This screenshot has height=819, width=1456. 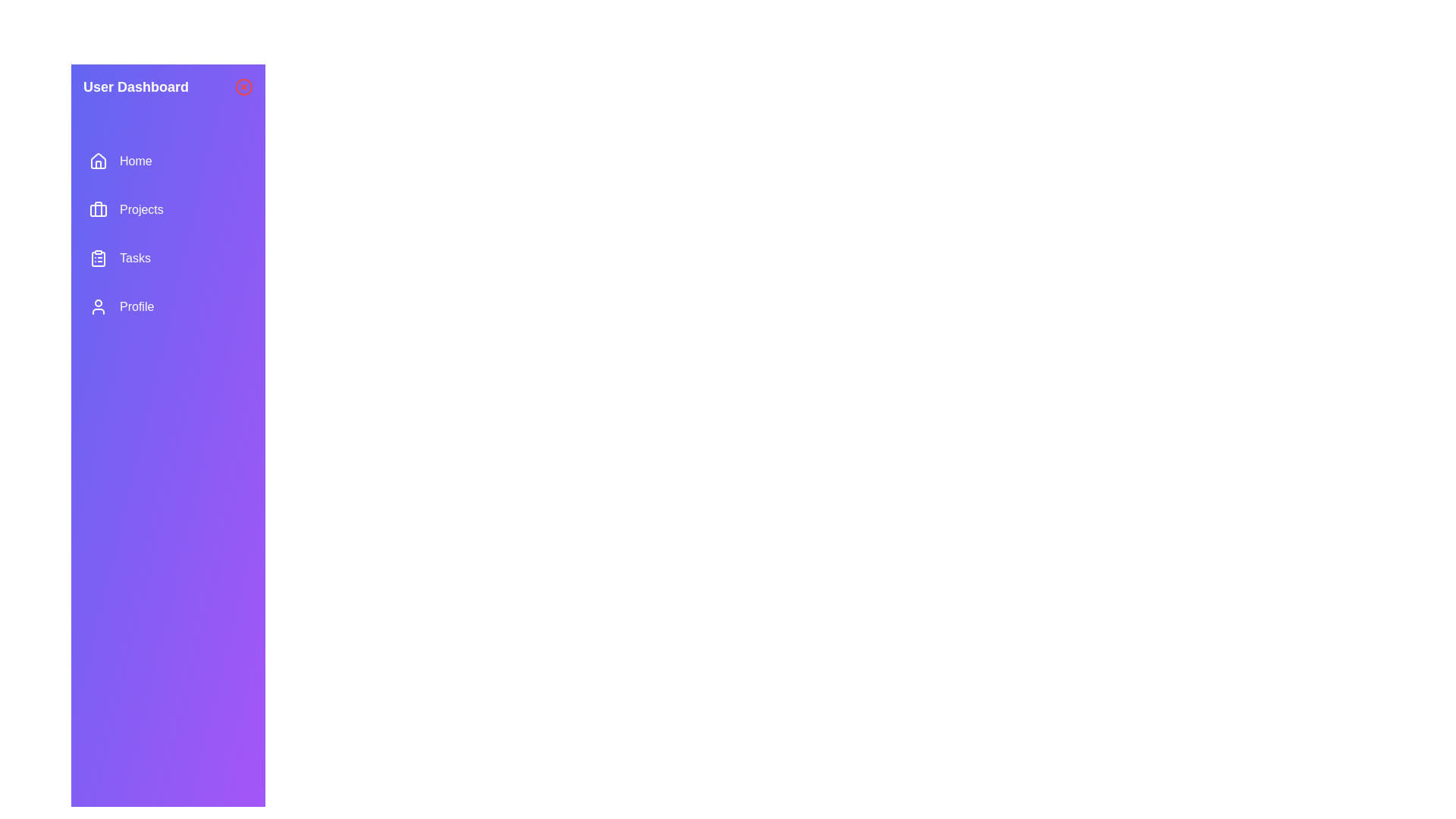 I want to click on the 'Profile' menu item in the sidebar for keyboard navigation, so click(x=168, y=307).